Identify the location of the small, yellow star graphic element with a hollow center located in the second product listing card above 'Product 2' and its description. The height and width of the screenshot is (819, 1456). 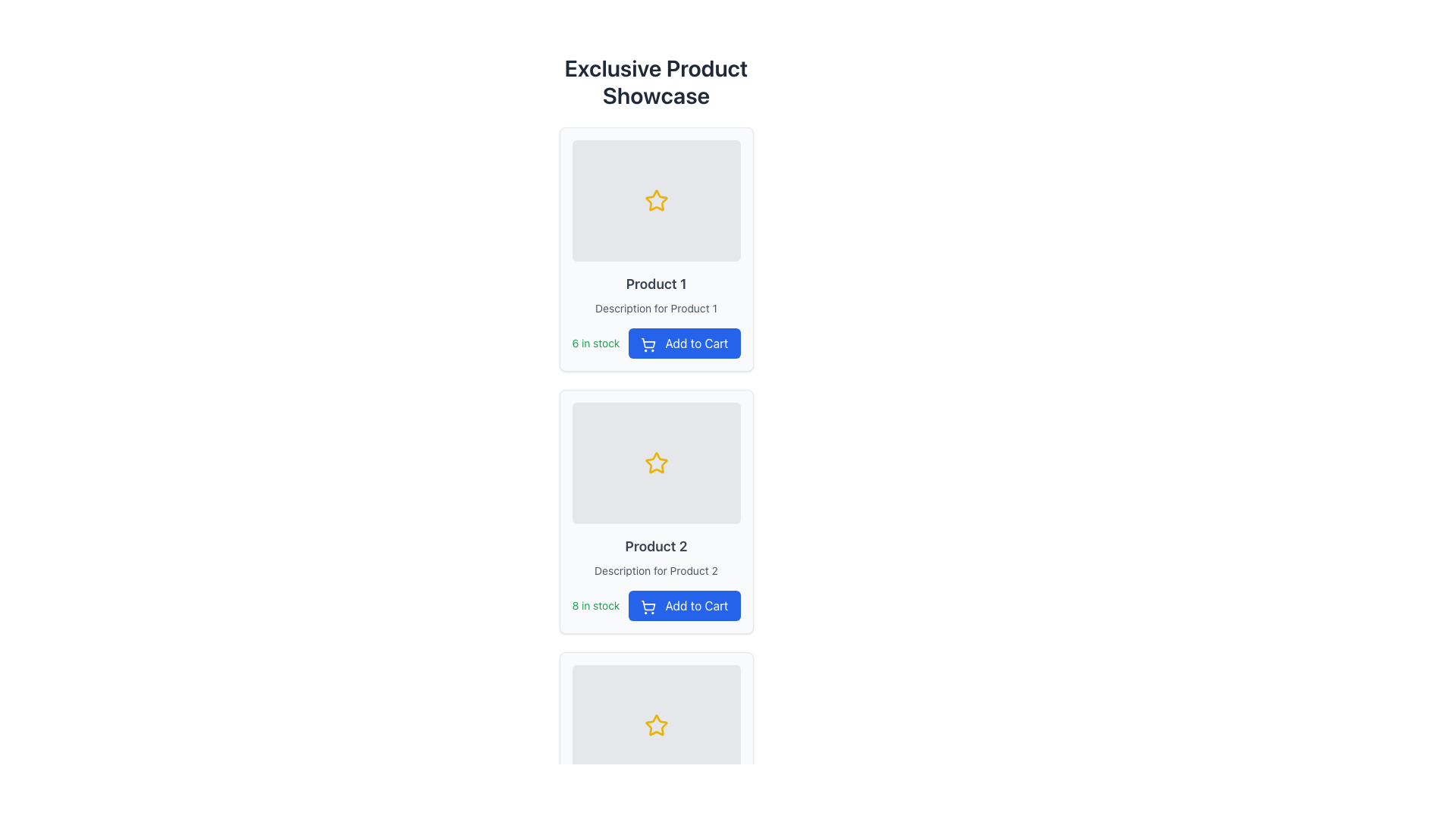
(656, 462).